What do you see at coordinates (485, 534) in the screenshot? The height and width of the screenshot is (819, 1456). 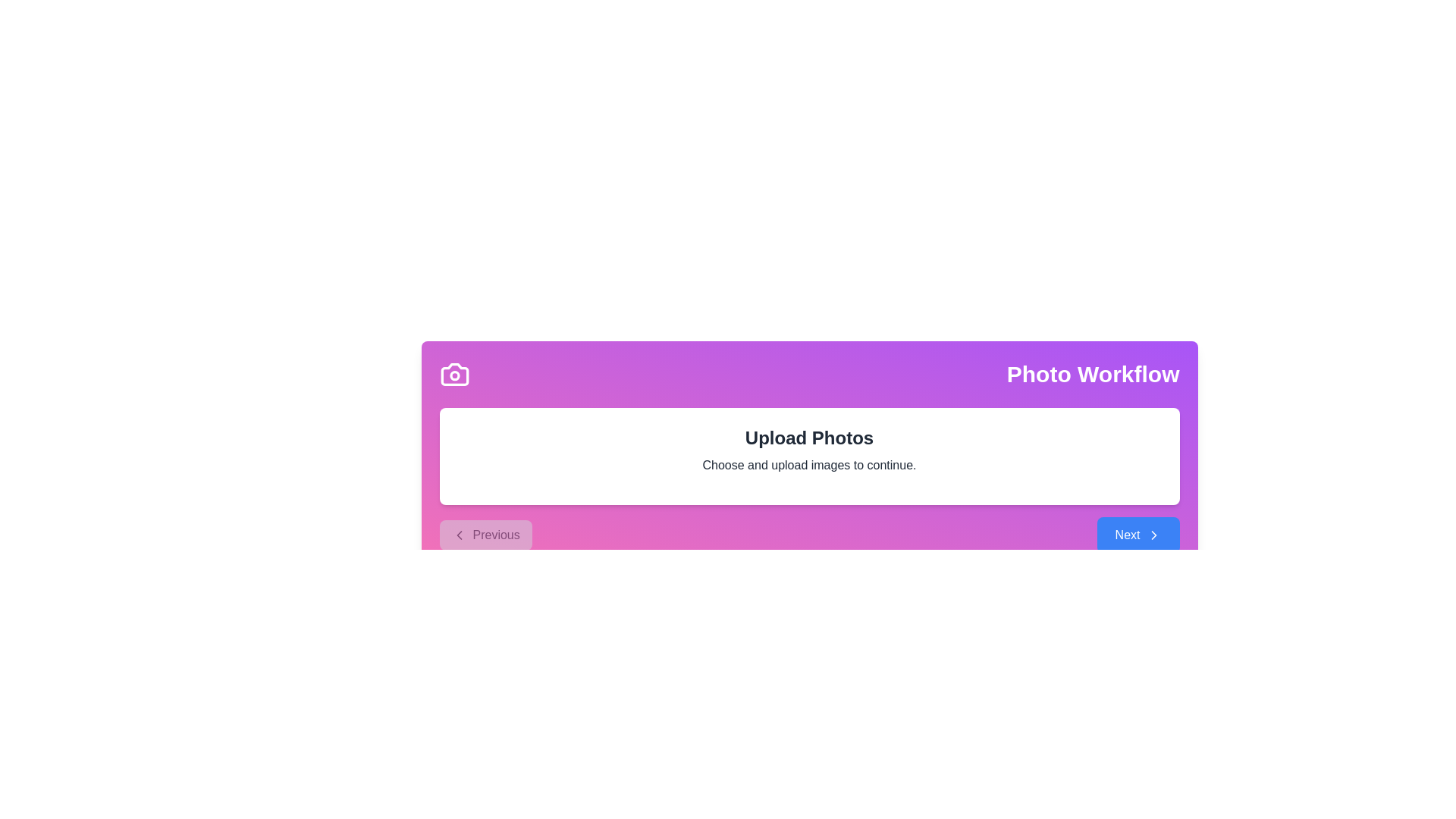 I see `the 'Previous' navigation button, which is the leftmost button in a horizontal layout` at bounding box center [485, 534].